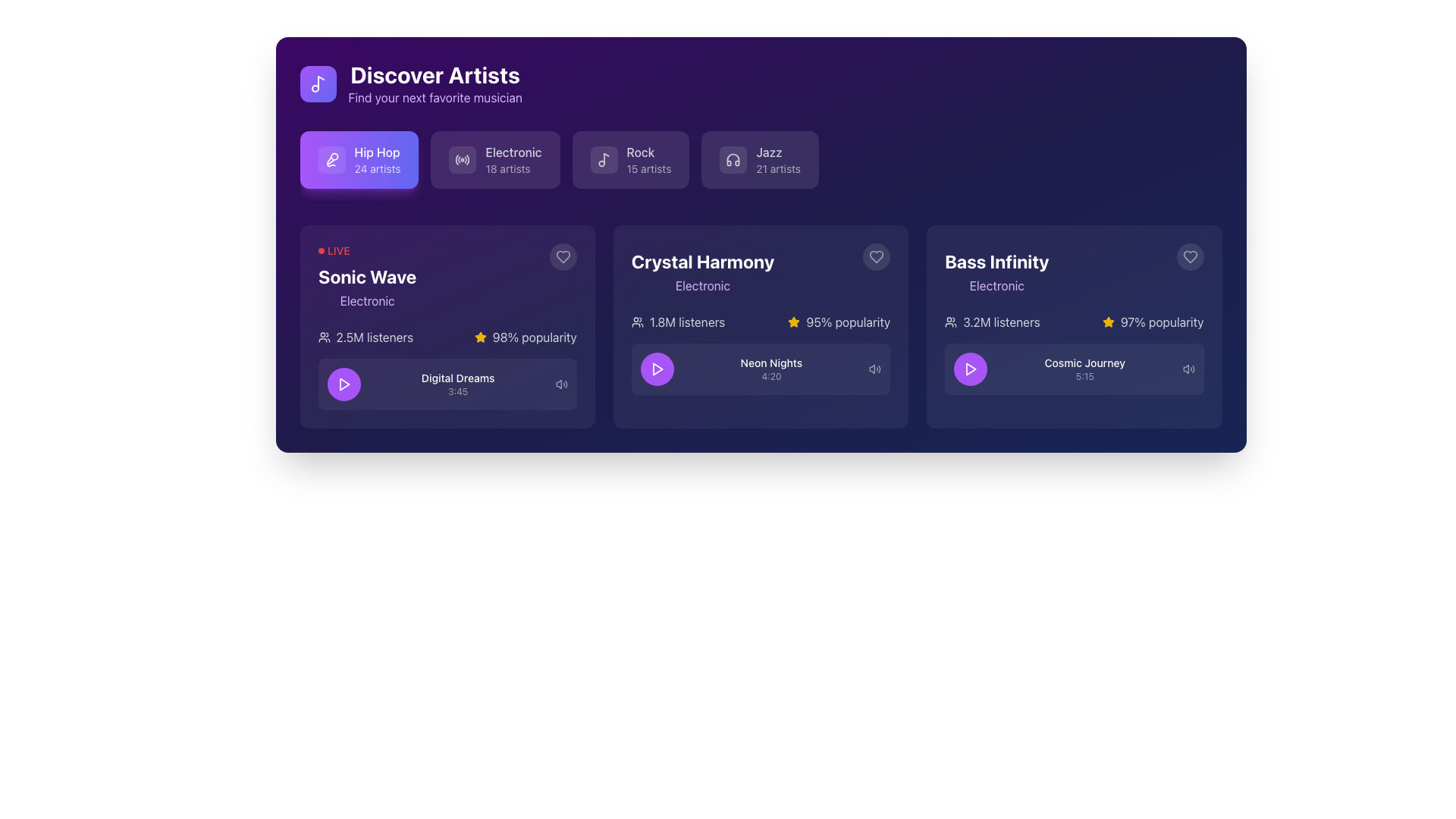 Image resolution: width=1456 pixels, height=819 pixels. I want to click on the text label displaying '3.2M listeners' which is located in the 'Bass Infinity' section, next to the user icon, so click(1001, 321).